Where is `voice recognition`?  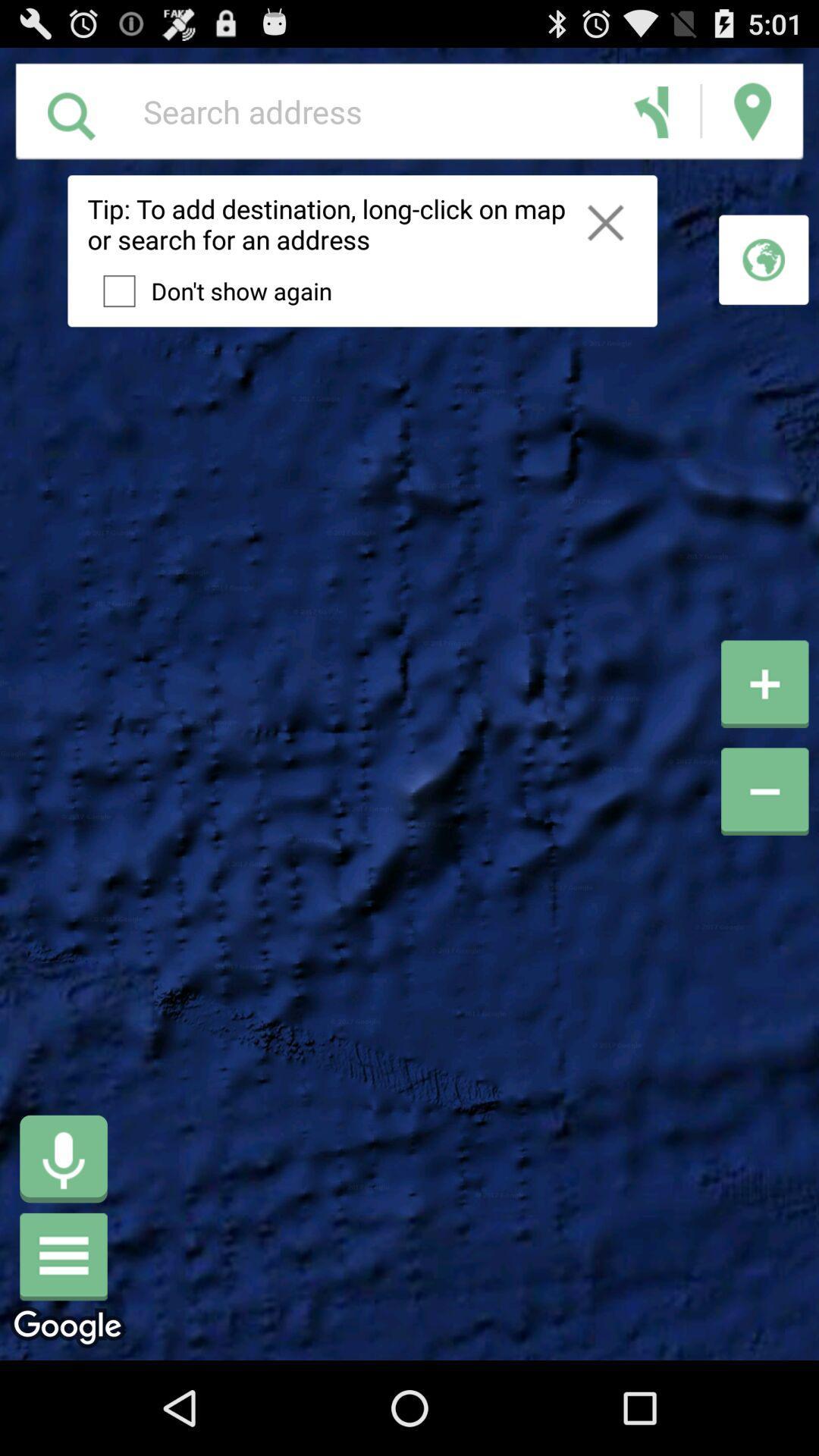
voice recognition is located at coordinates (63, 1158).